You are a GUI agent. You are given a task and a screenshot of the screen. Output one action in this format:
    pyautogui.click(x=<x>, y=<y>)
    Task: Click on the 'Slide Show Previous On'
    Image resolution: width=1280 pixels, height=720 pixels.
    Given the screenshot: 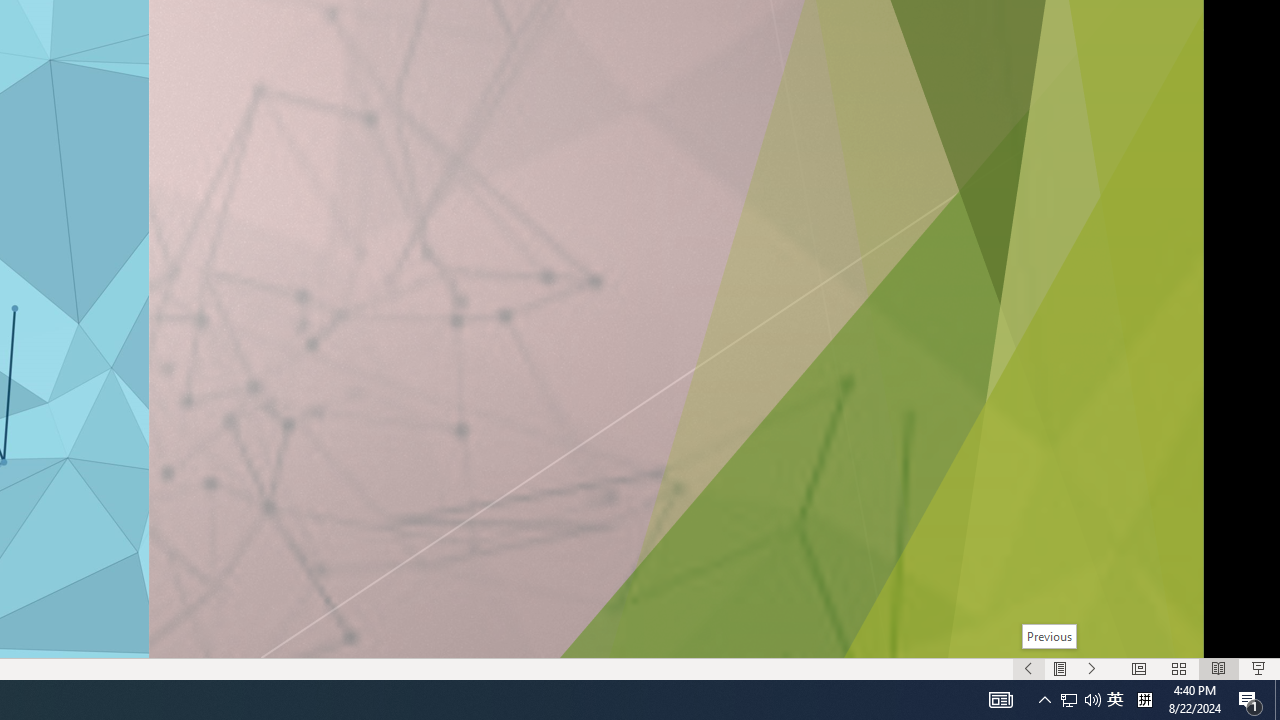 What is the action you would take?
    pyautogui.click(x=1028, y=669)
    